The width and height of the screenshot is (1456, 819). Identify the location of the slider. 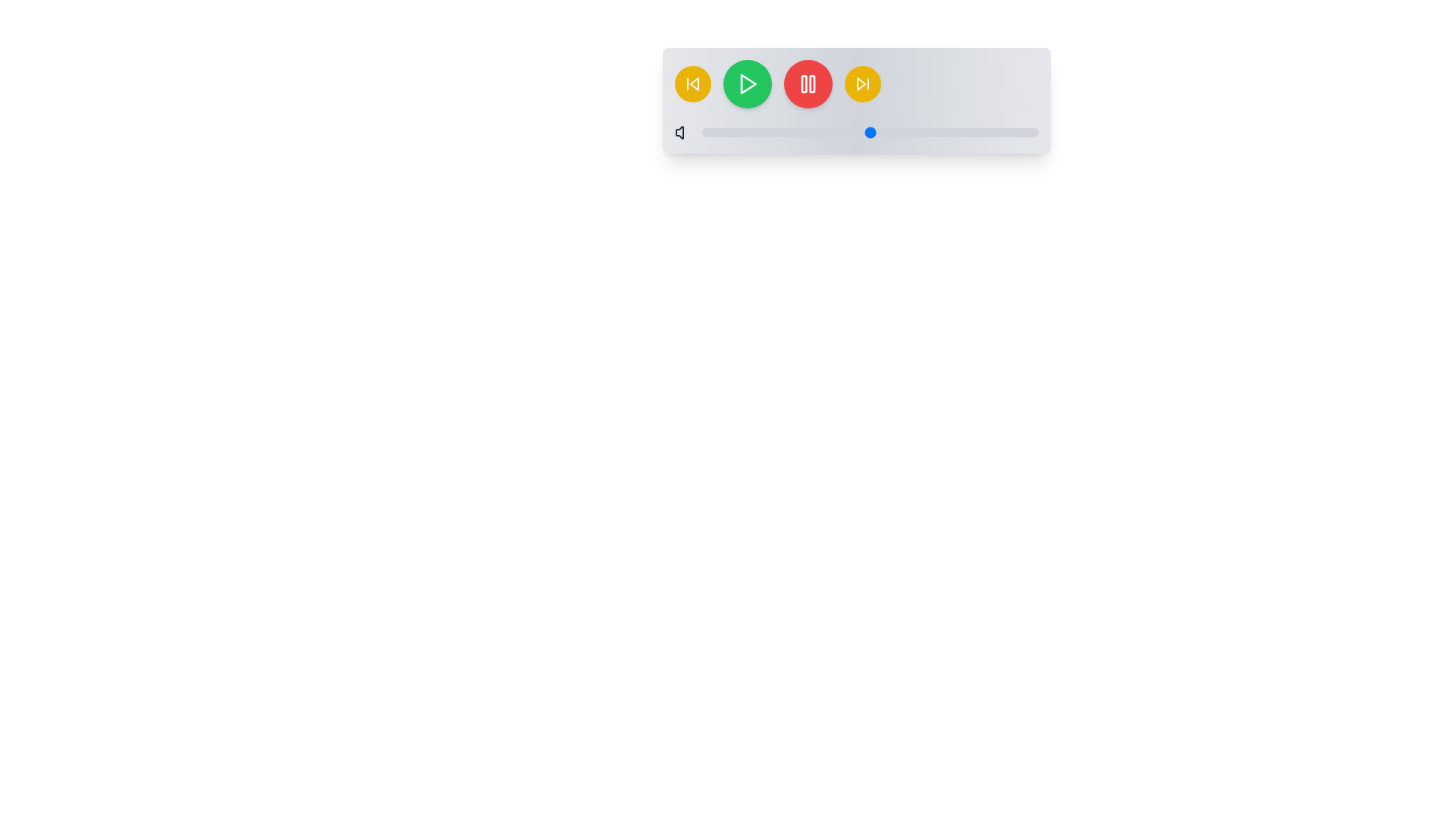
(769, 131).